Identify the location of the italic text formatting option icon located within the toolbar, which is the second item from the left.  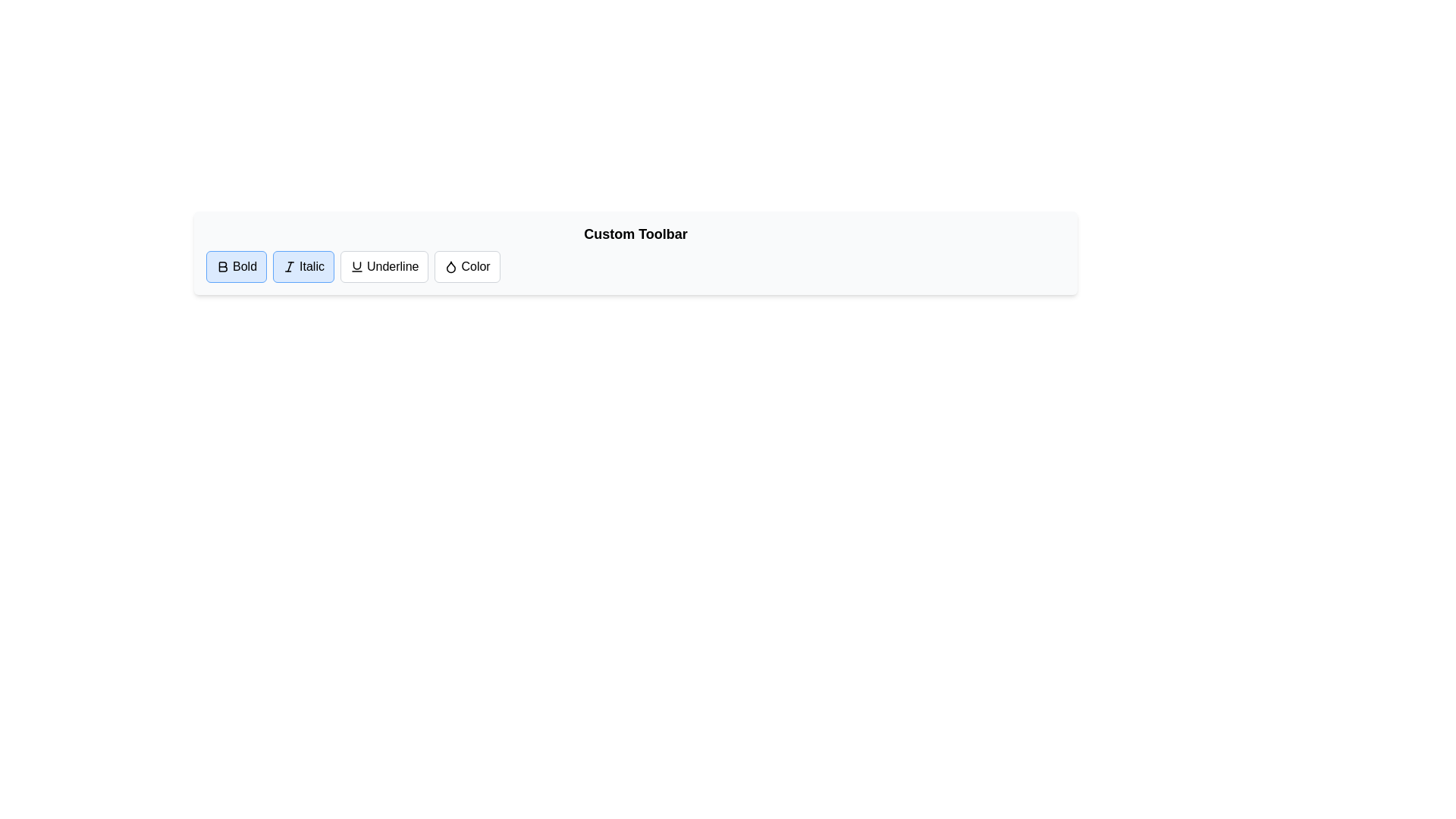
(290, 265).